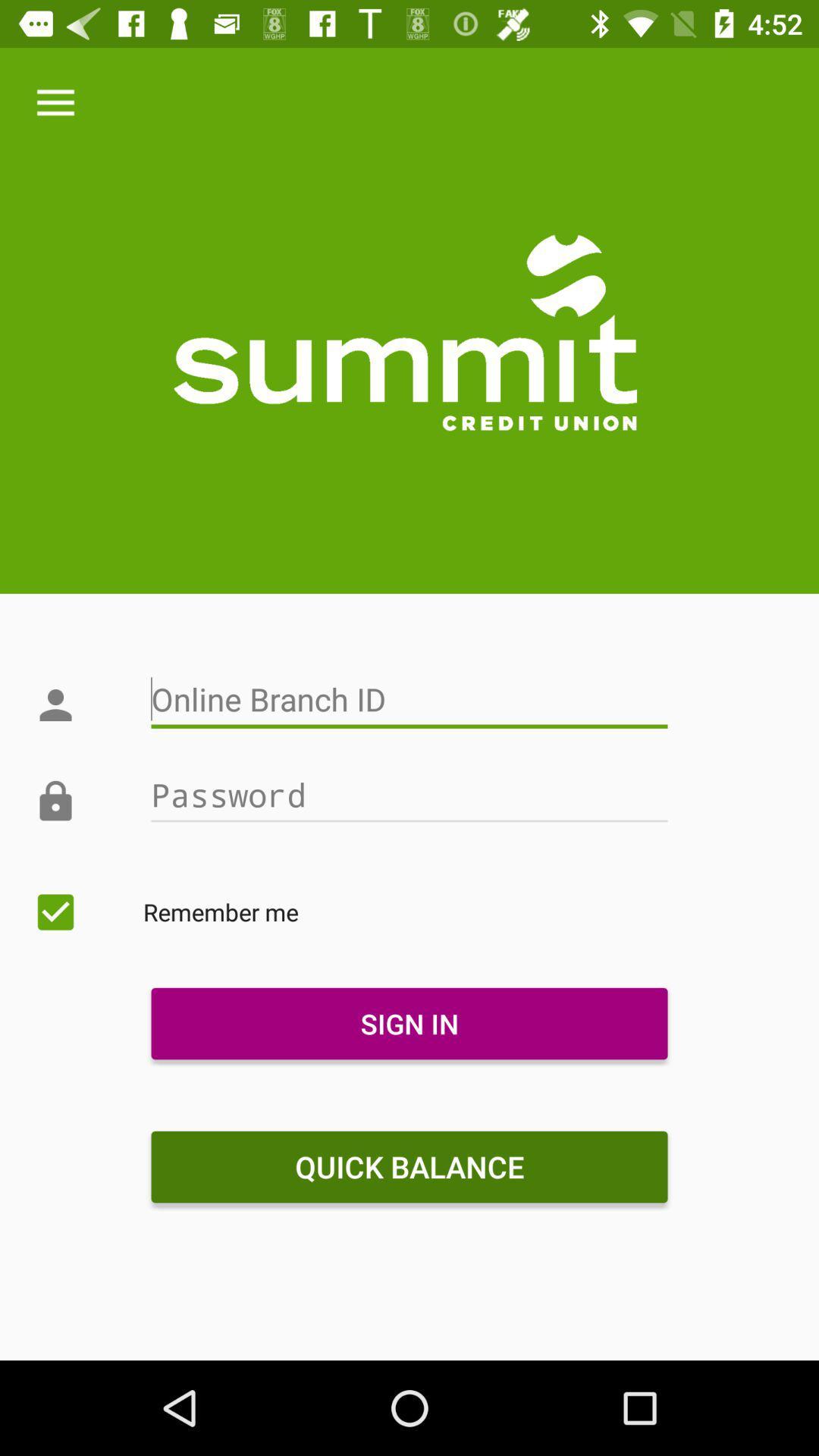 Image resolution: width=819 pixels, height=1456 pixels. What do you see at coordinates (55, 102) in the screenshot?
I see `icon at the top left corner` at bounding box center [55, 102].